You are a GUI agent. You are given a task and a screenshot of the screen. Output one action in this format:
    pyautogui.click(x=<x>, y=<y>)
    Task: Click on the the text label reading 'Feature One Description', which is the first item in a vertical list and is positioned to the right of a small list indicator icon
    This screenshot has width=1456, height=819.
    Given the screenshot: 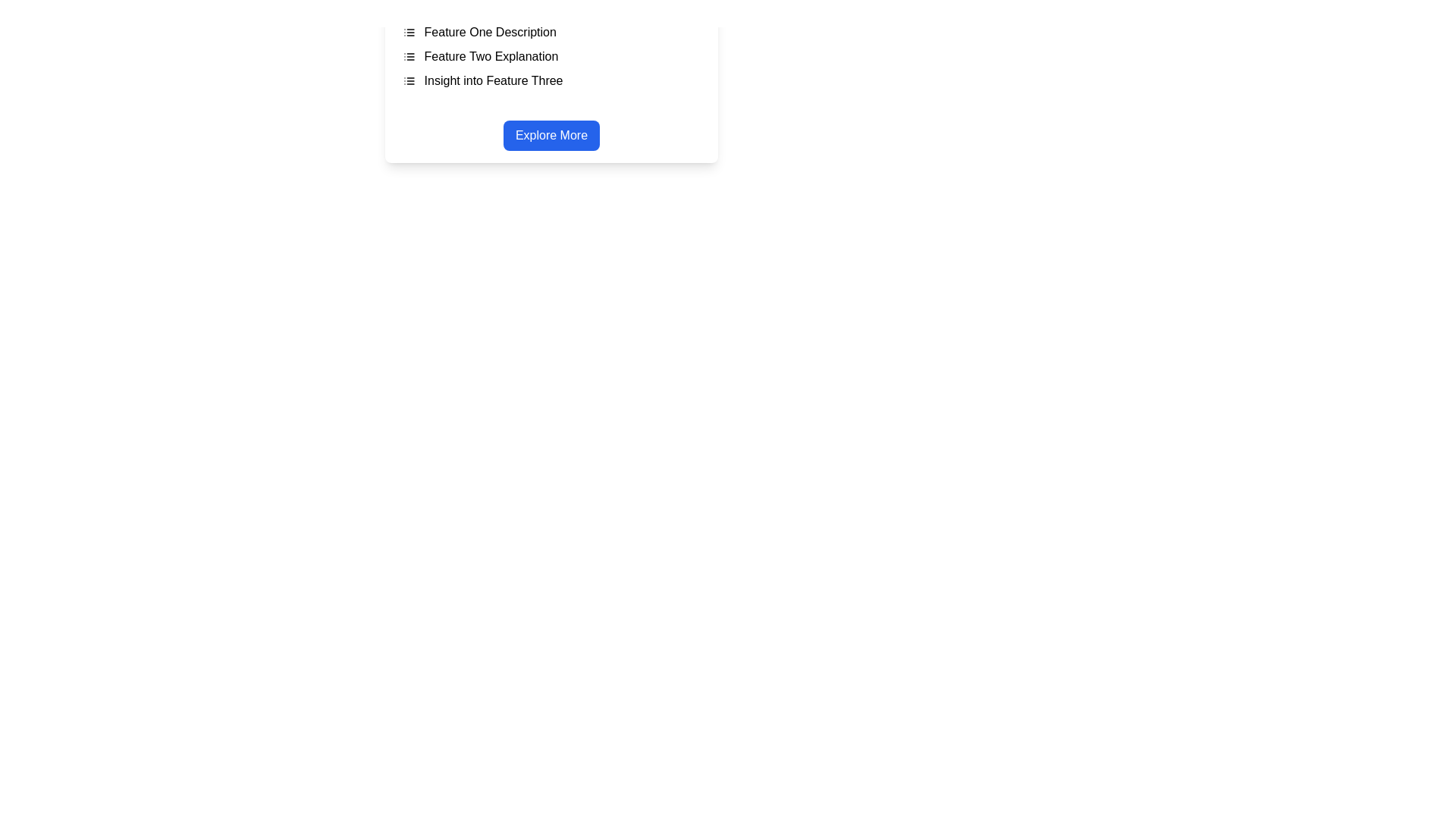 What is the action you would take?
    pyautogui.click(x=490, y=32)
    